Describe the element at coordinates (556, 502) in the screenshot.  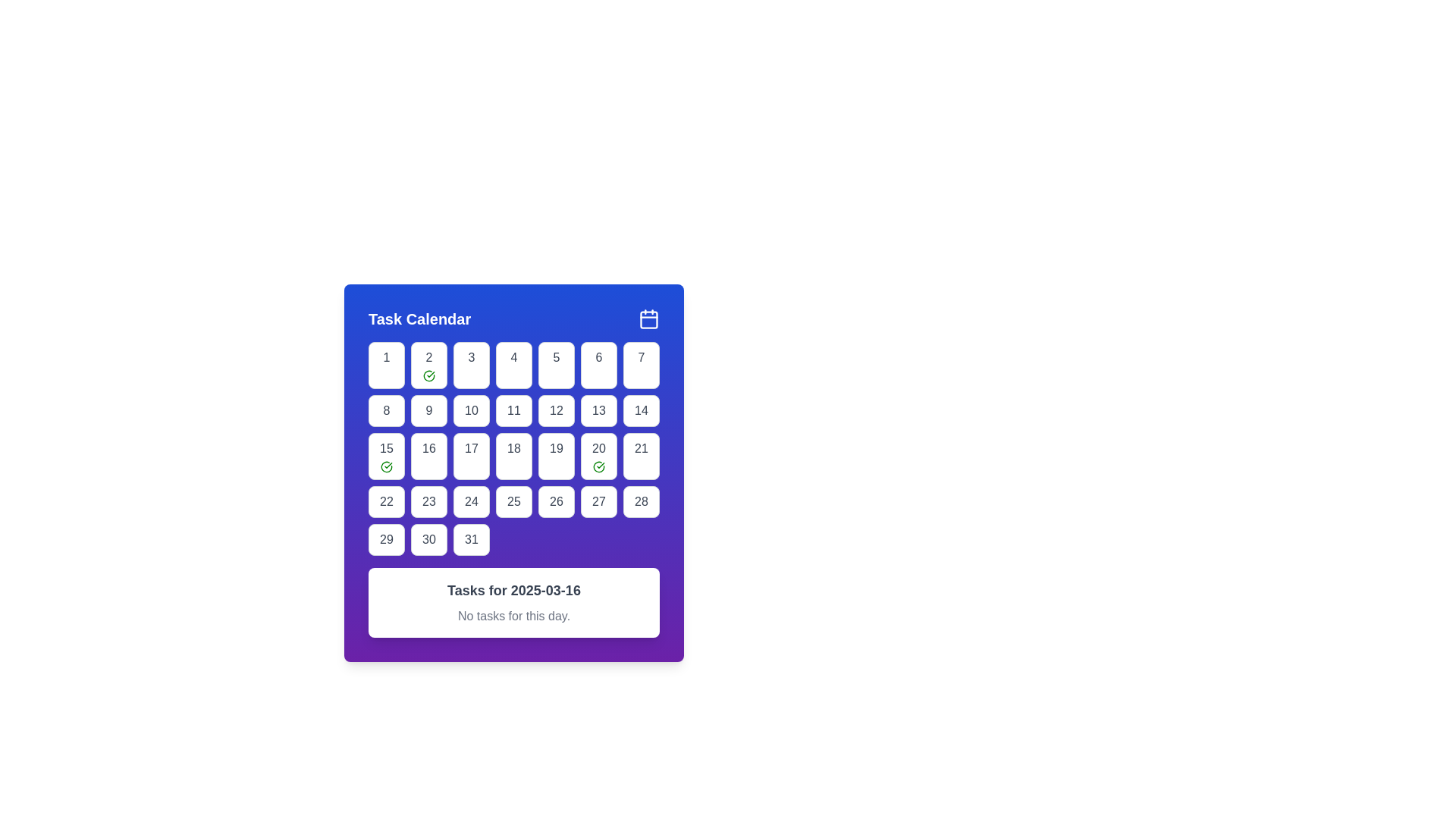
I see `the calendar button representing the 26th day of the month to interact with the tasks and events associated with that date` at that location.